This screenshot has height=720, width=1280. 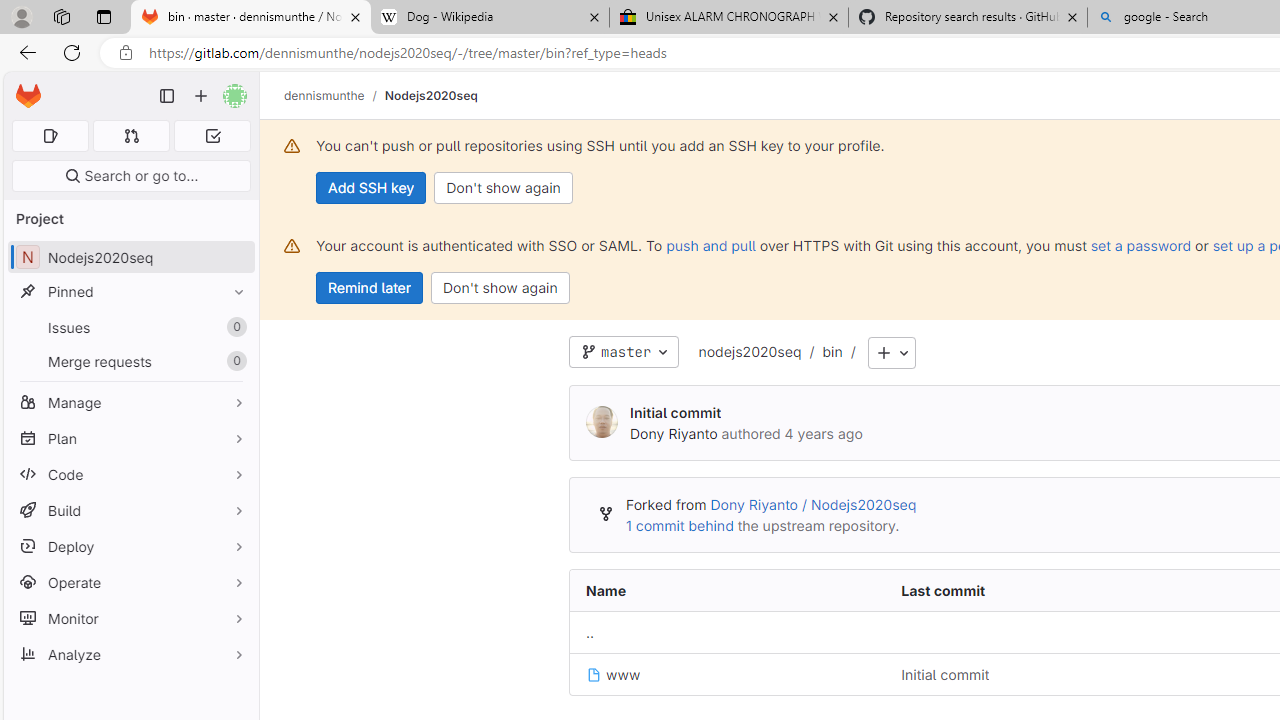 I want to click on 'Manage', so click(x=130, y=402).